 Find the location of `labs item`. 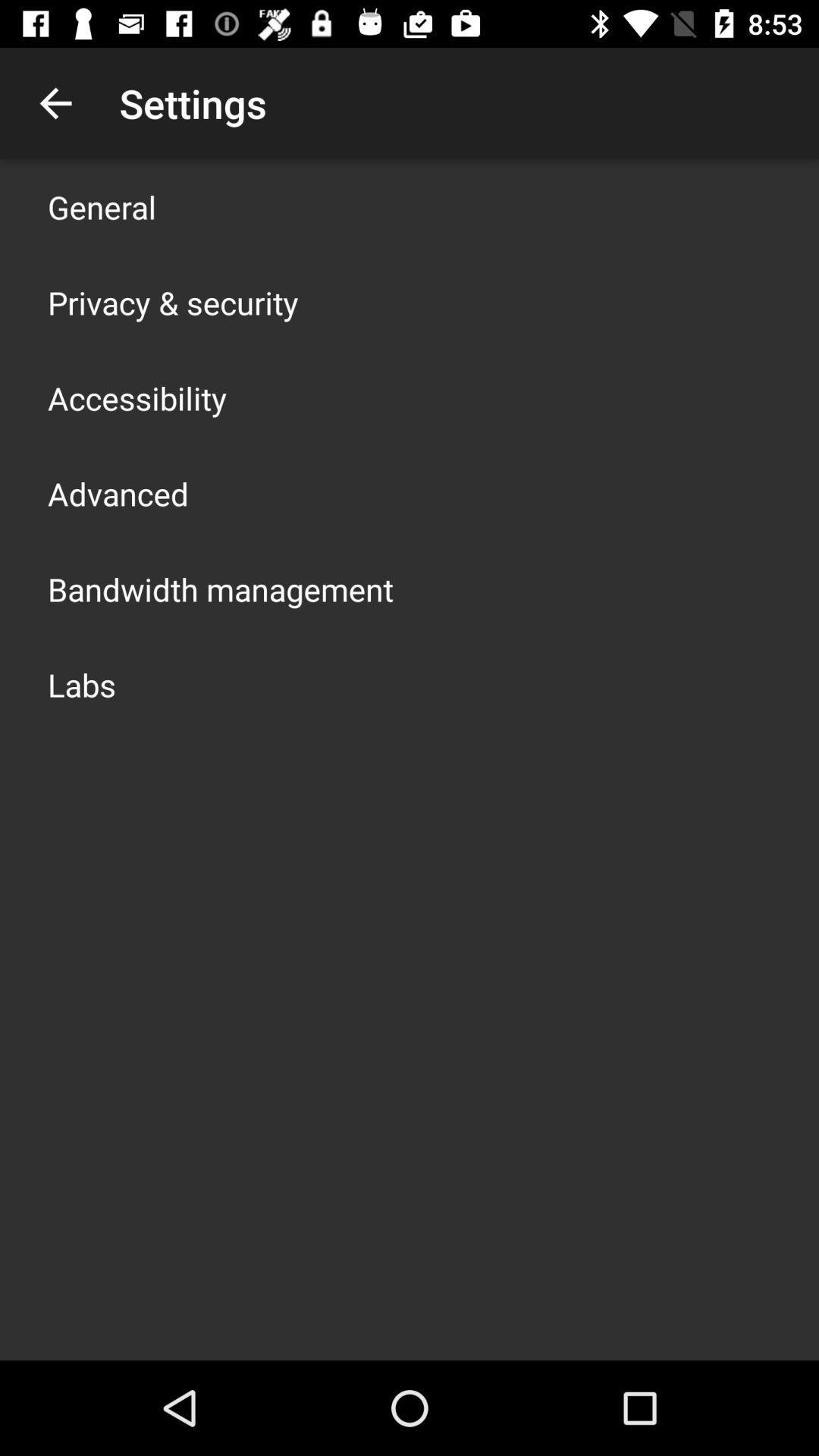

labs item is located at coordinates (82, 683).